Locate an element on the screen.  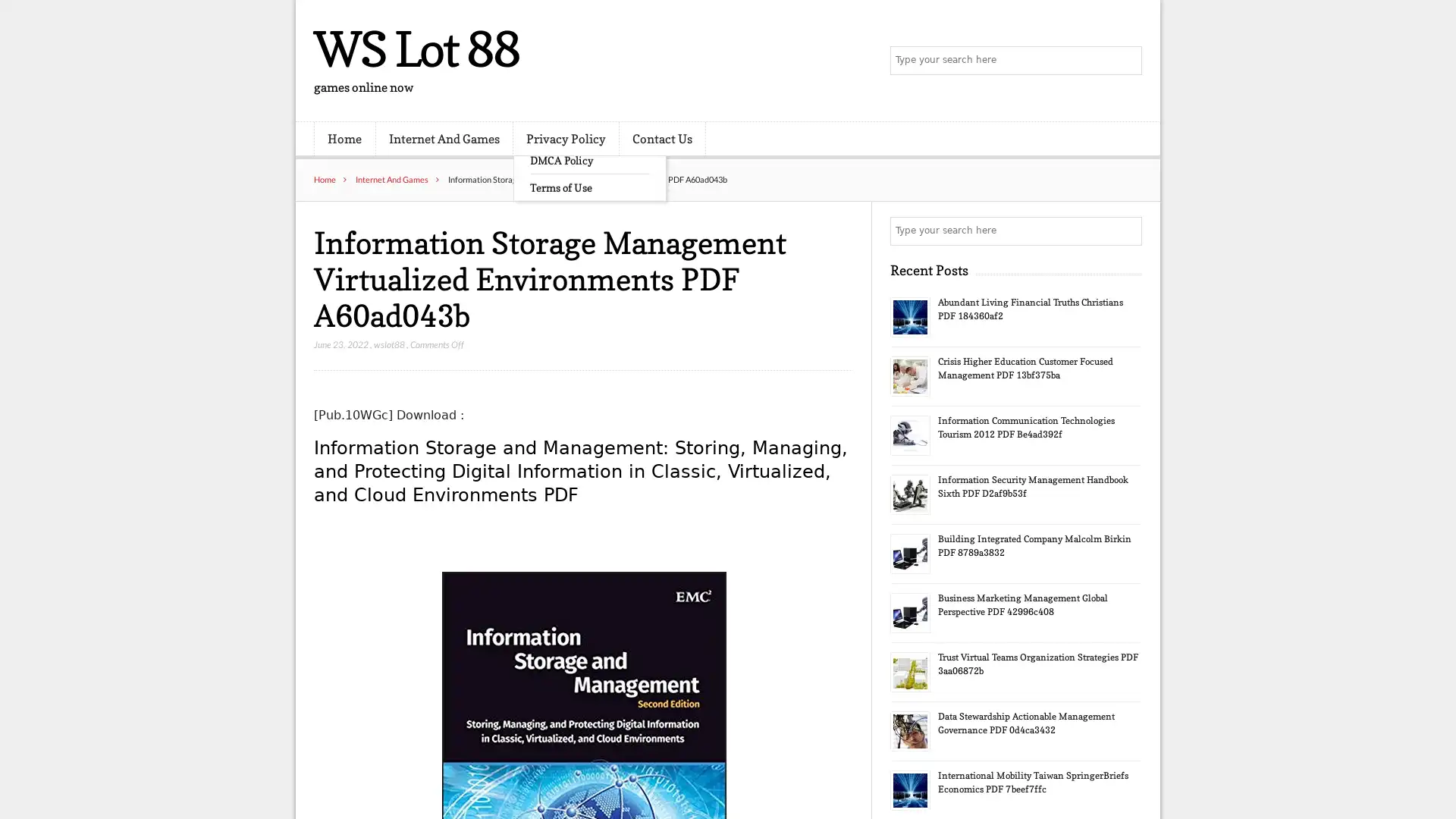
Search is located at coordinates (1126, 231).